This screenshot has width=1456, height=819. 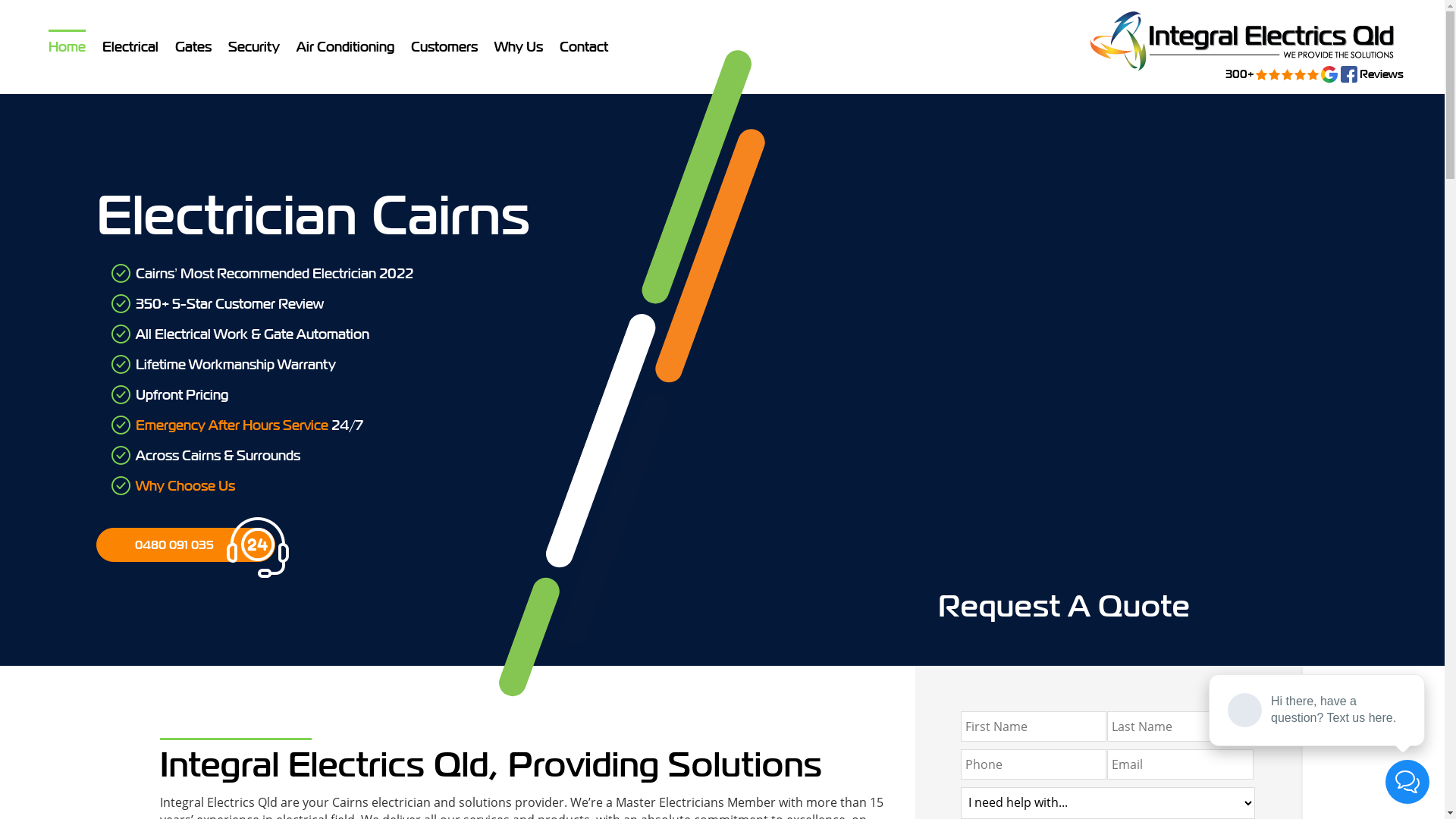 What do you see at coordinates (66, 45) in the screenshot?
I see `'Home'` at bounding box center [66, 45].